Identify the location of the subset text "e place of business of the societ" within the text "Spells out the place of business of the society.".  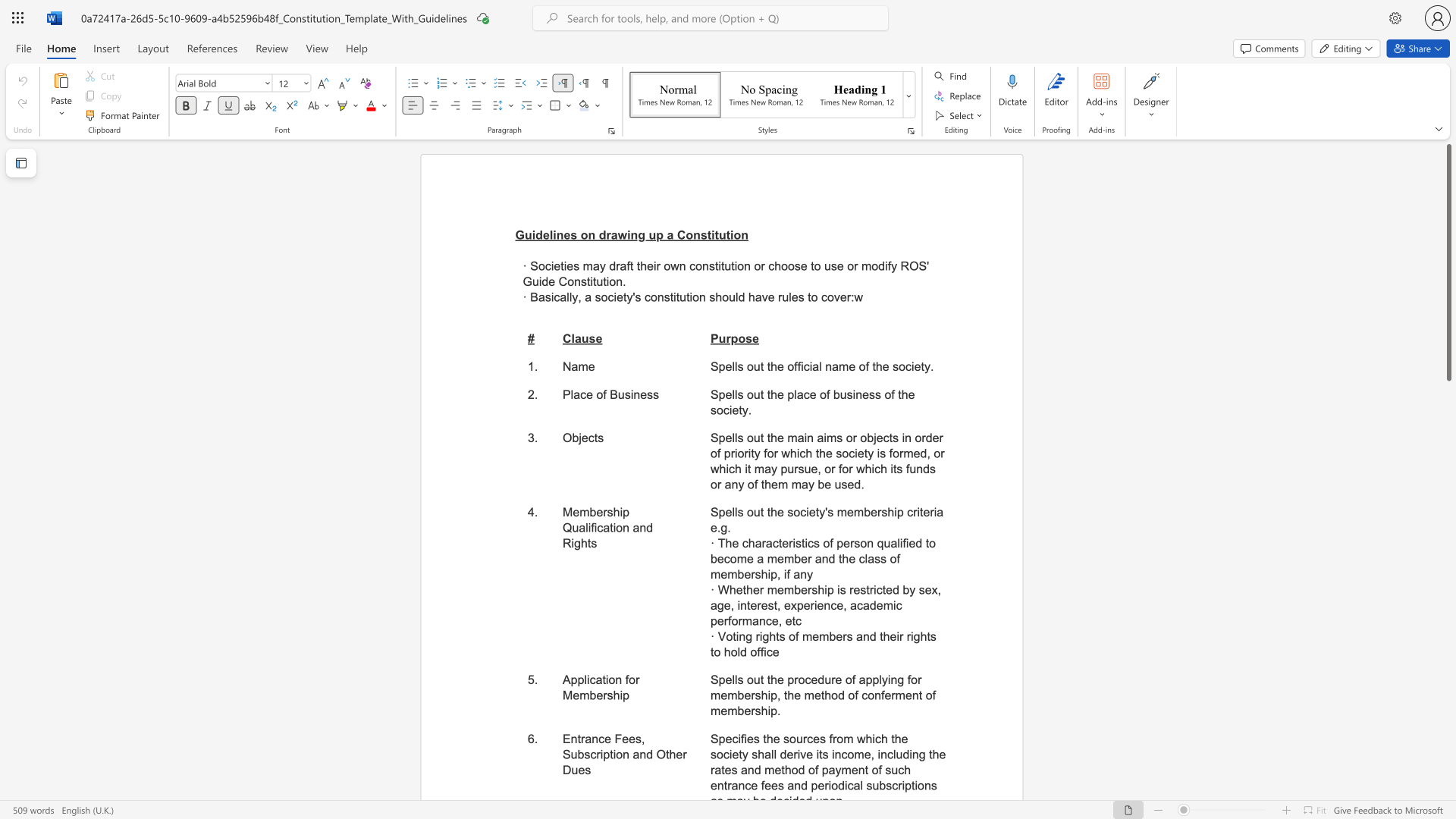
(777, 394).